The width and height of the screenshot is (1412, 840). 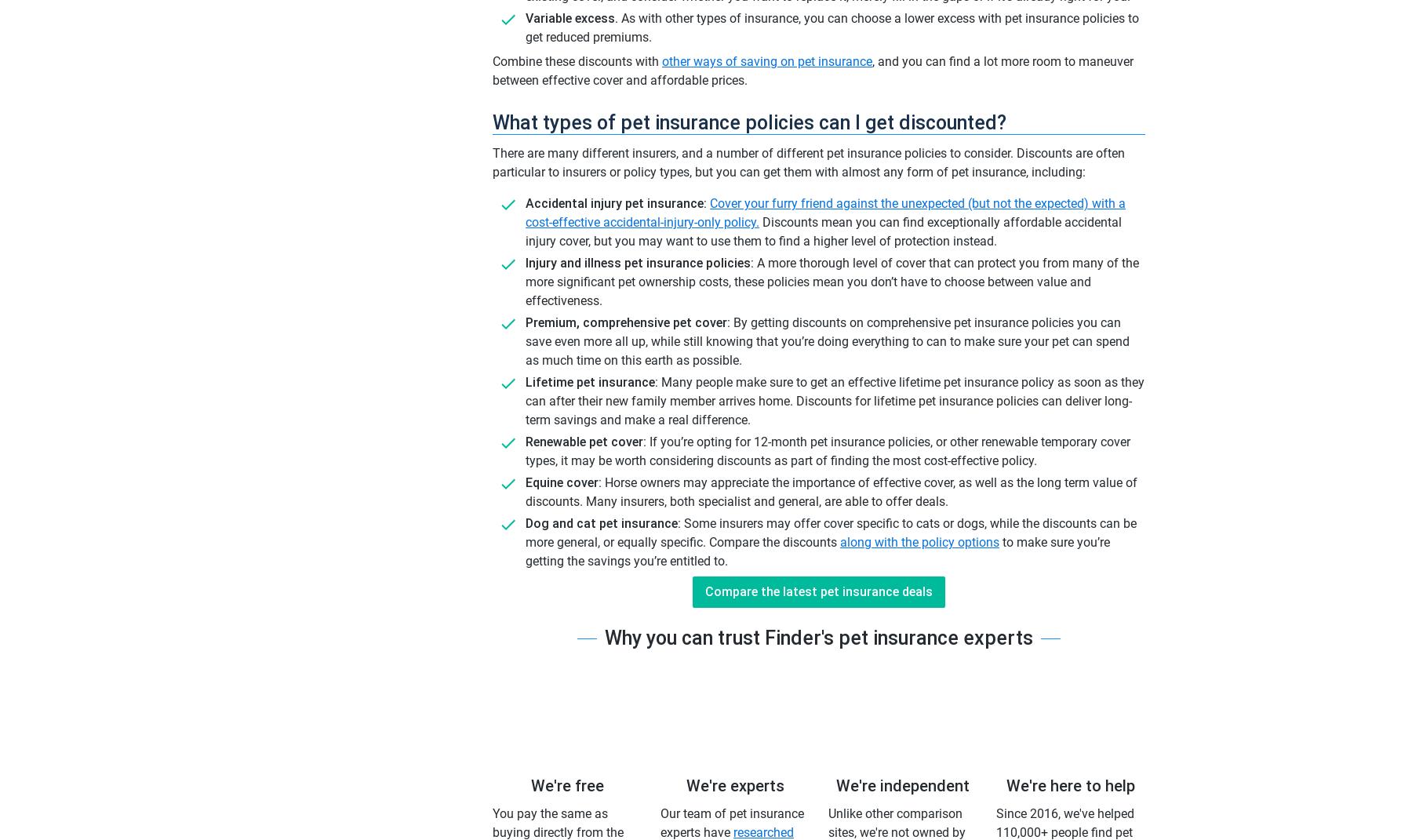 I want to click on 'Combine these discounts with', so click(x=577, y=61).